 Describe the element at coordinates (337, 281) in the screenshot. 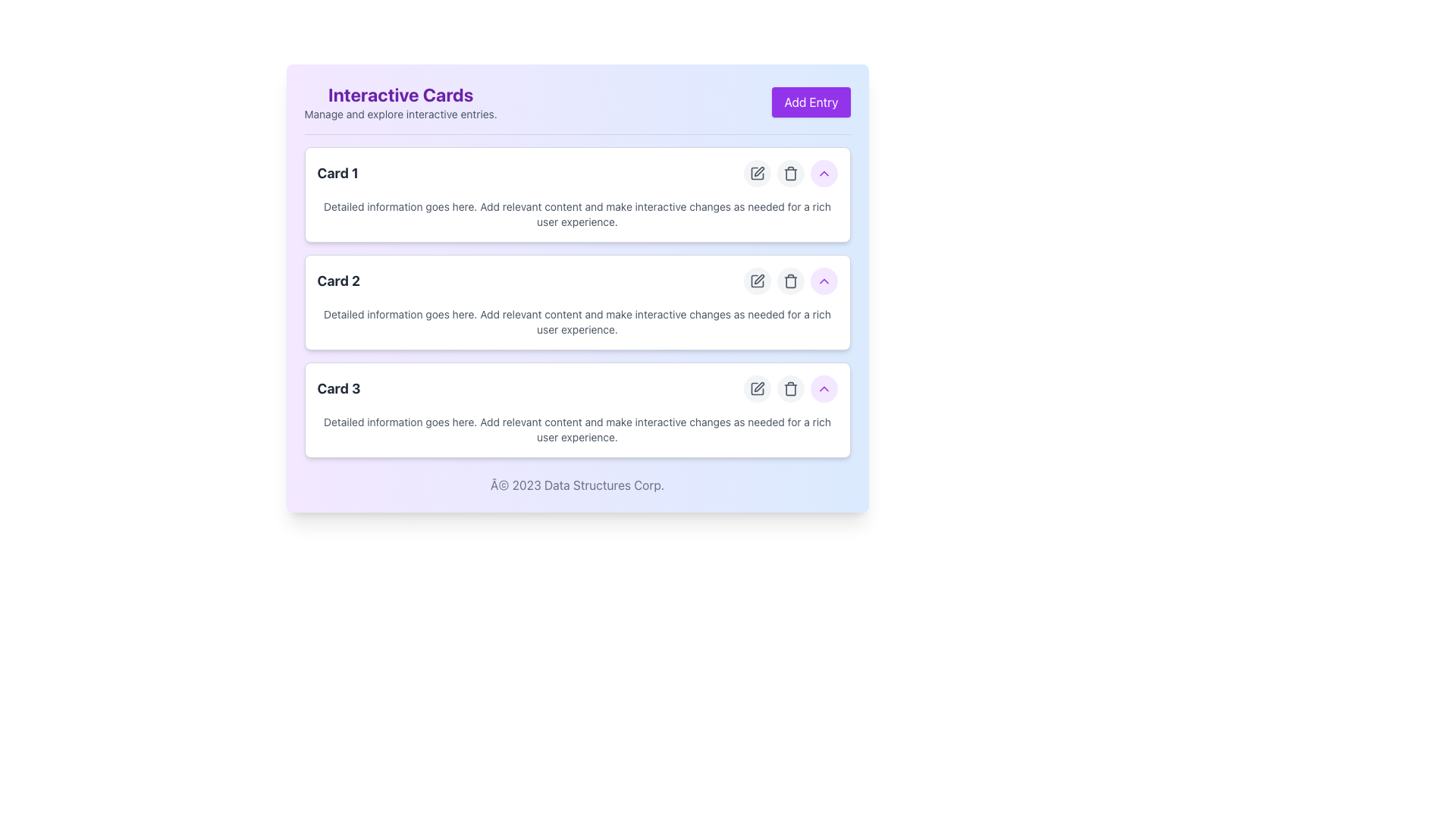

I see `text from the title of the second card in the list, which is positioned directly underneath 'Card 1' and above 'Card 3'` at that location.